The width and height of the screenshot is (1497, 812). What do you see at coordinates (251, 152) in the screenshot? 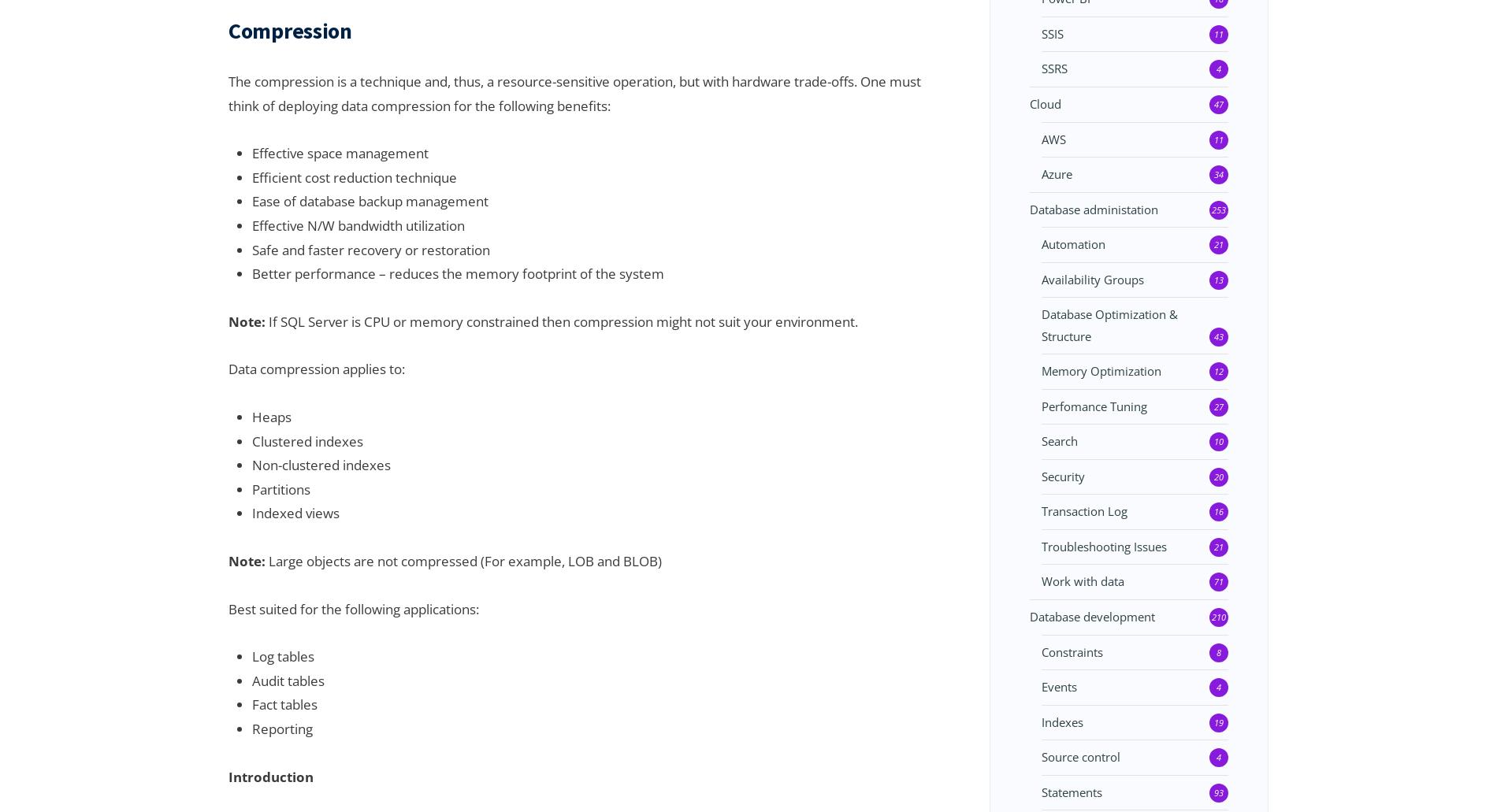
I see `'Effective space management'` at bounding box center [251, 152].